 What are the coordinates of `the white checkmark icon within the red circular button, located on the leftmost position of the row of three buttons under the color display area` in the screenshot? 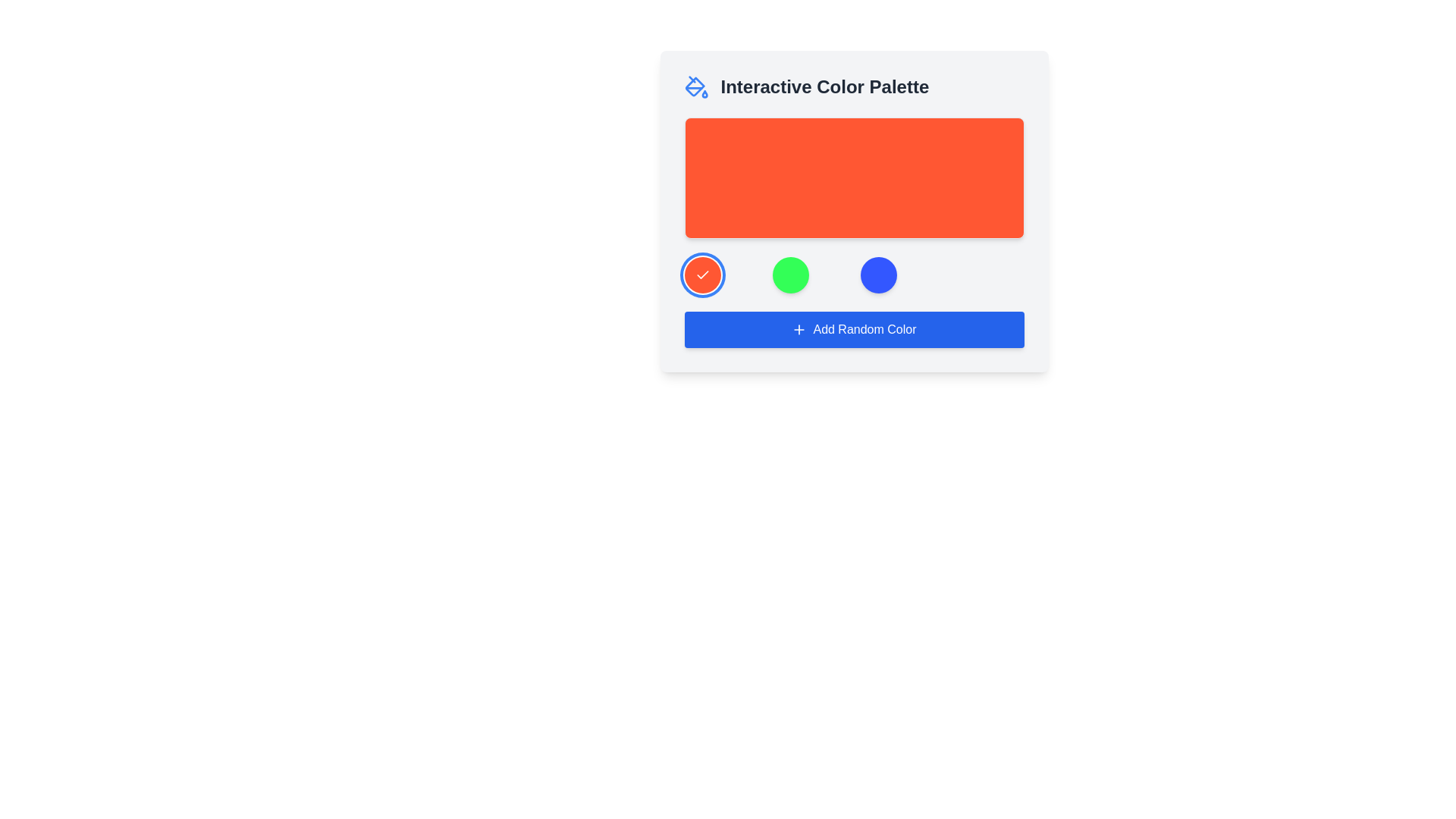 It's located at (701, 275).